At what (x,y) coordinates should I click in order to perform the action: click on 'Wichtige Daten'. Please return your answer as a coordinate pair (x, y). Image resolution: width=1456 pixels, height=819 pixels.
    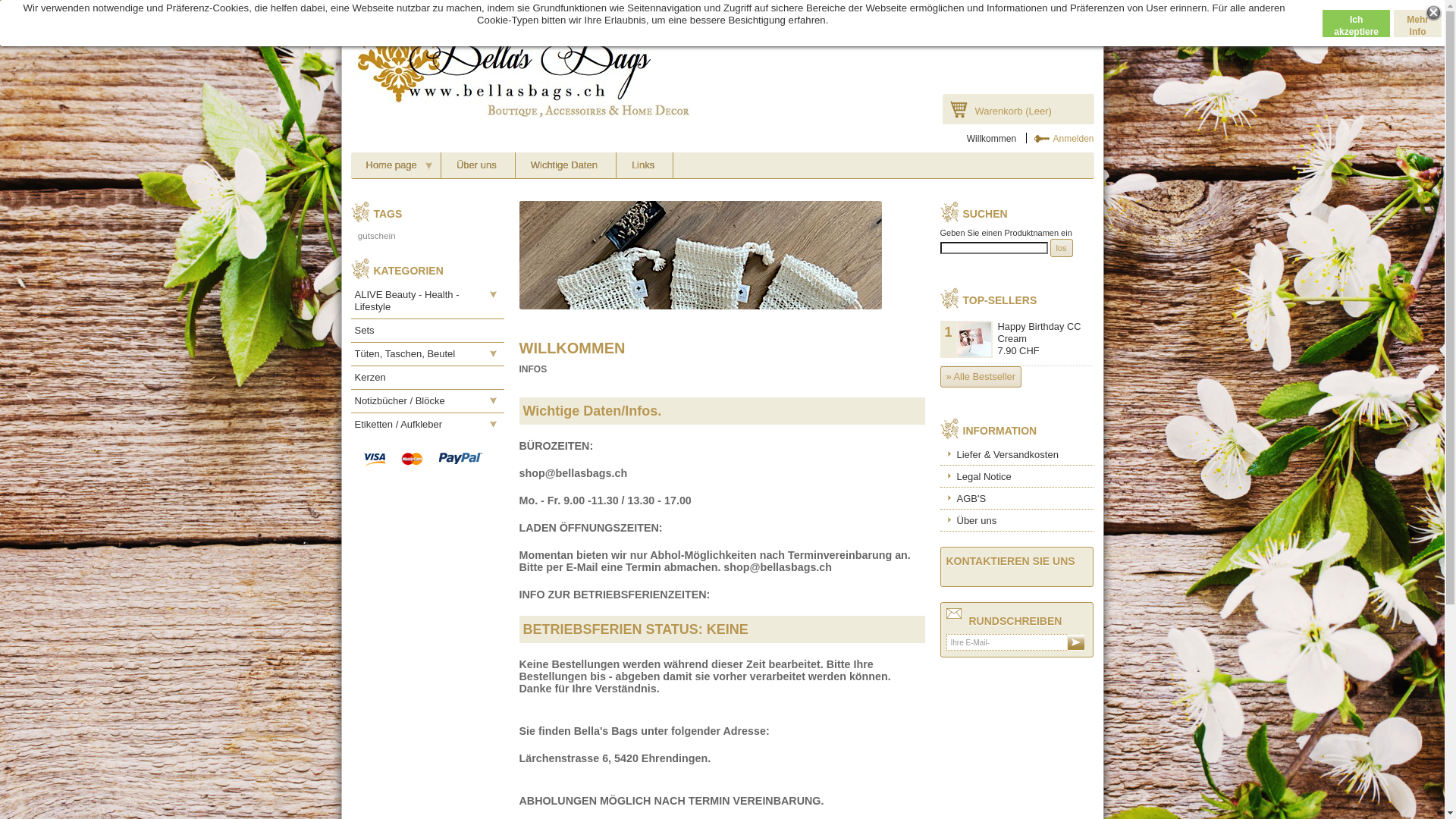
    Looking at the image, I should click on (563, 165).